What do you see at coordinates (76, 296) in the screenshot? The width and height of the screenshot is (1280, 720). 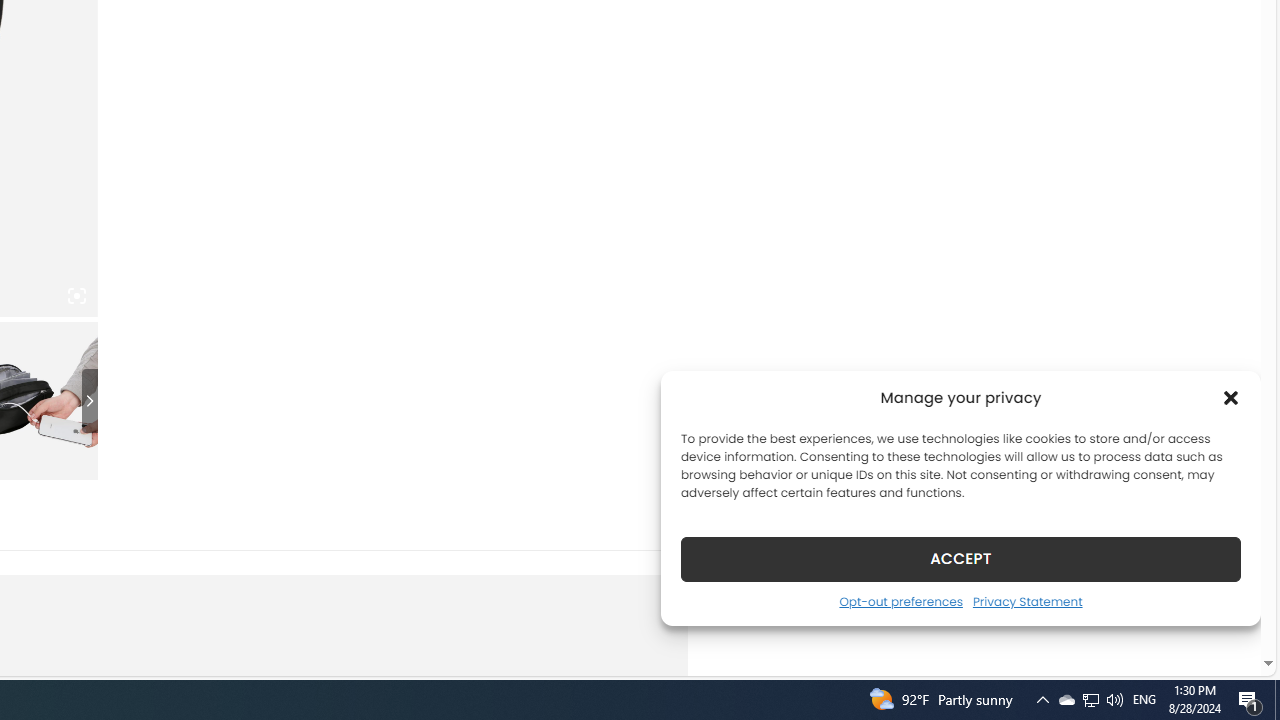 I see `'Class: iconic-woothumbs-fullscreen'` at bounding box center [76, 296].